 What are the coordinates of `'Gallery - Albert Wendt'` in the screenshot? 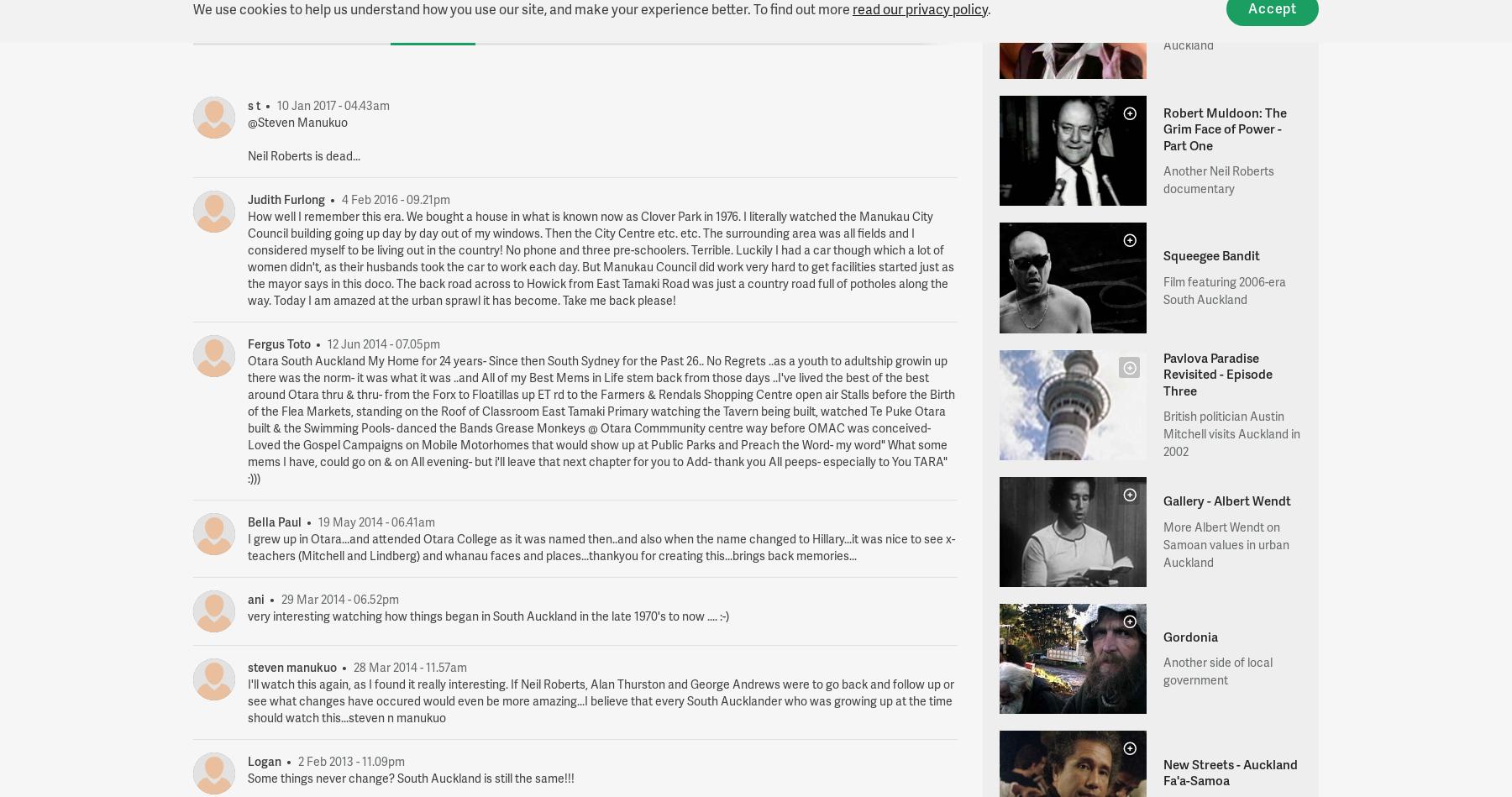 It's located at (1225, 499).